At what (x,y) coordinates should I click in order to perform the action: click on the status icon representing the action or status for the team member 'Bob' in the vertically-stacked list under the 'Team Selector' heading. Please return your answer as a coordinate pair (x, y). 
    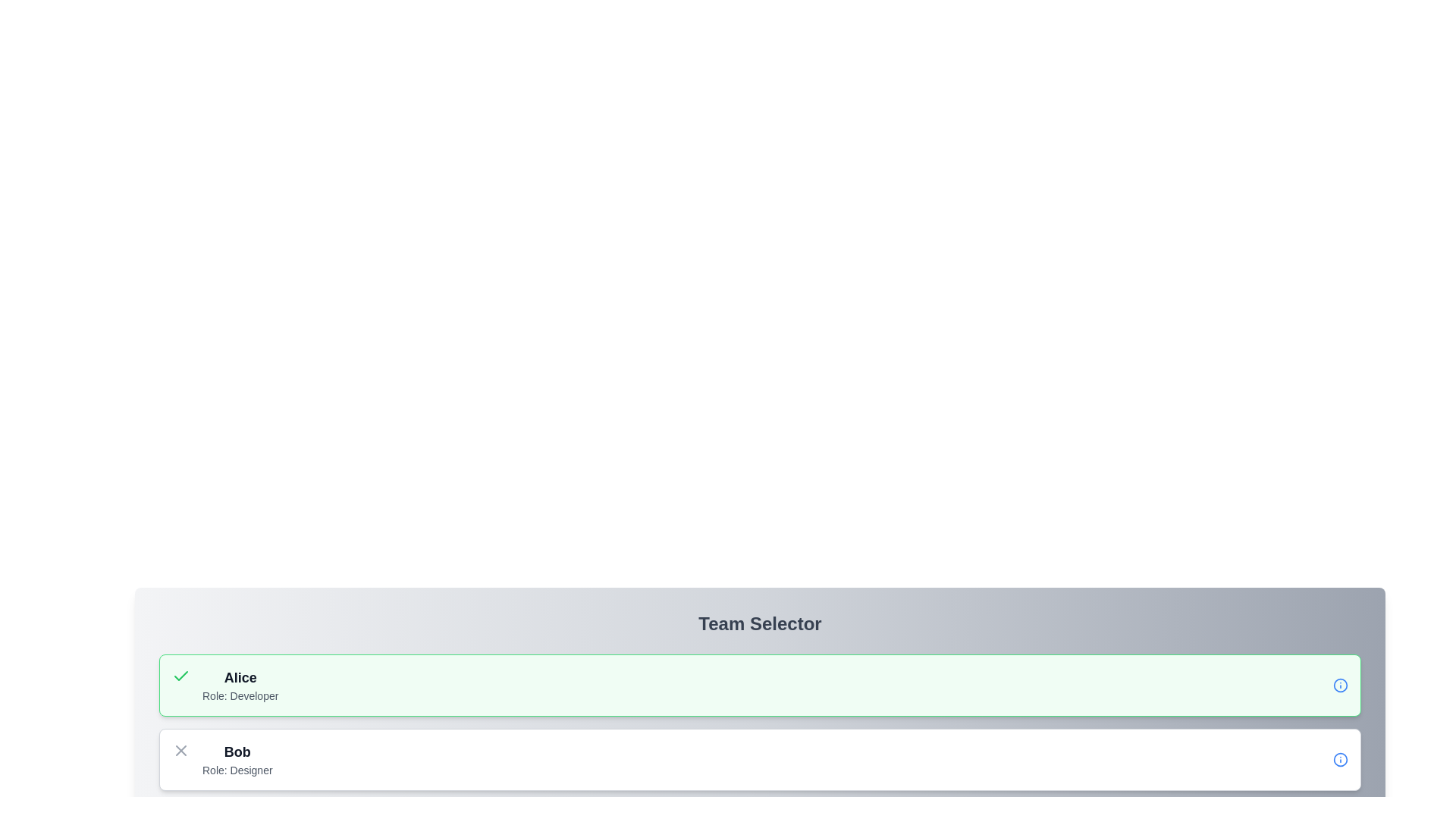
    Looking at the image, I should click on (181, 751).